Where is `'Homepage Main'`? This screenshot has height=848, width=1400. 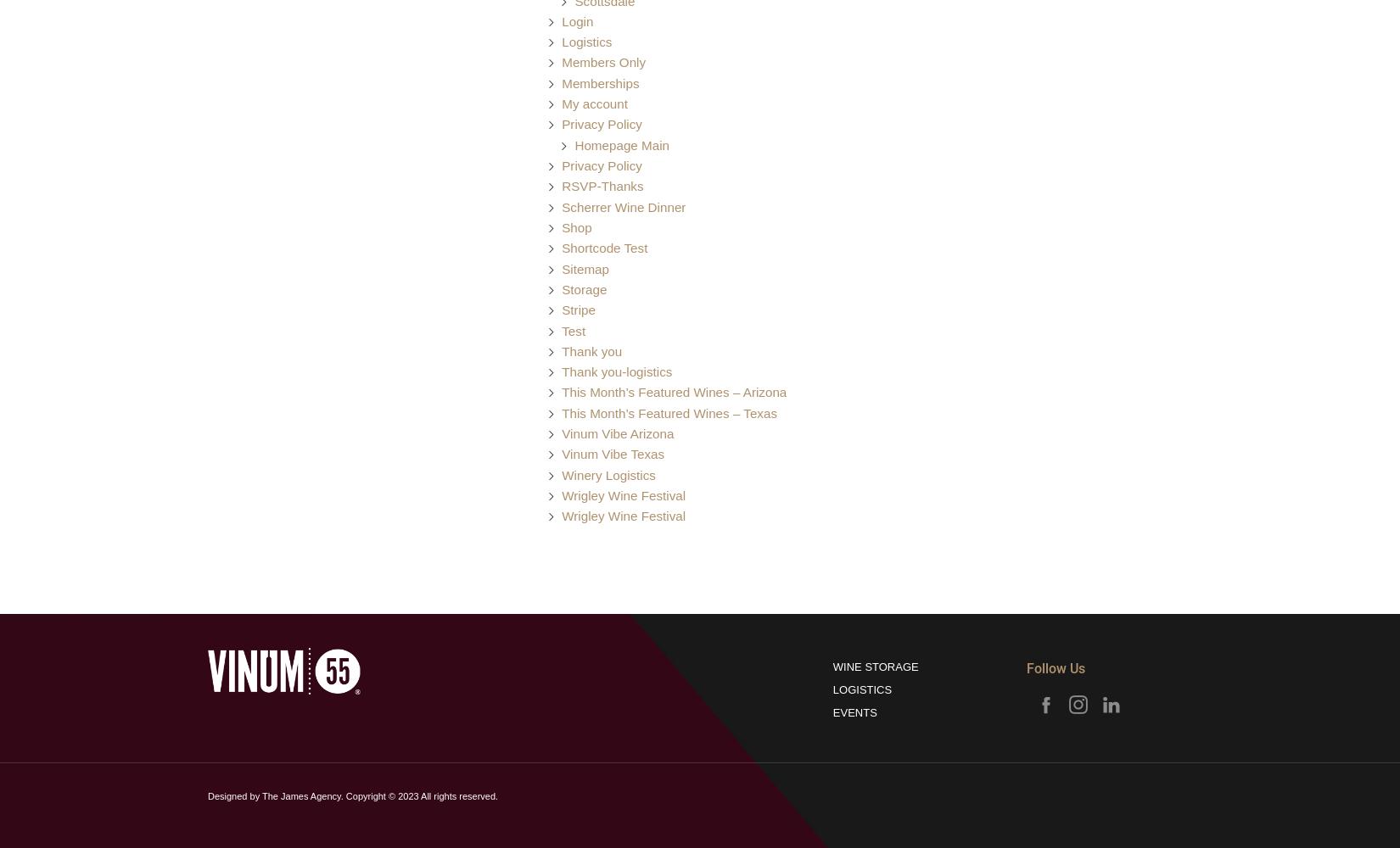
'Homepage Main' is located at coordinates (620, 144).